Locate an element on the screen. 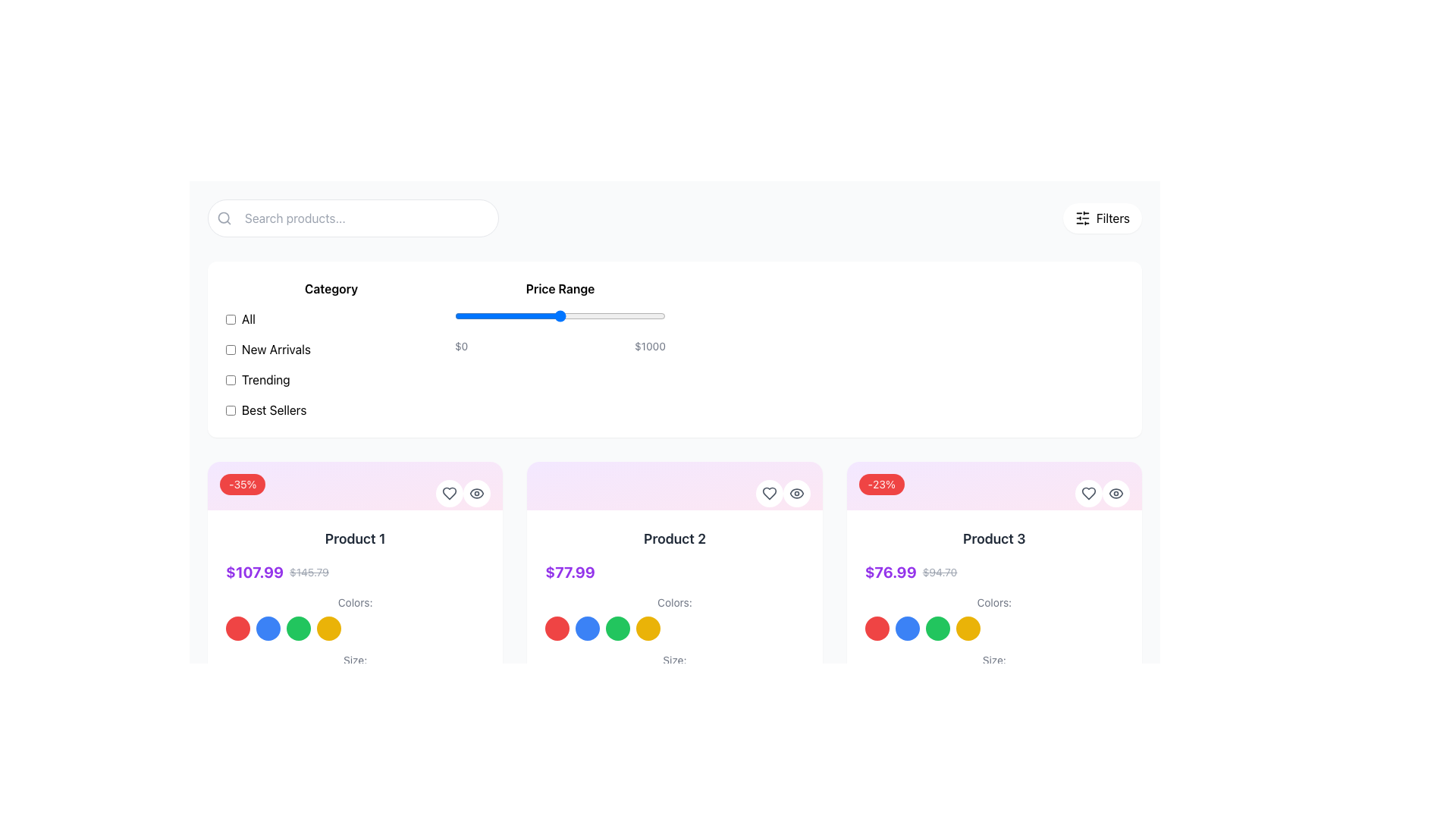  the checkbox for the 'Trending' filter category is located at coordinates (230, 379).